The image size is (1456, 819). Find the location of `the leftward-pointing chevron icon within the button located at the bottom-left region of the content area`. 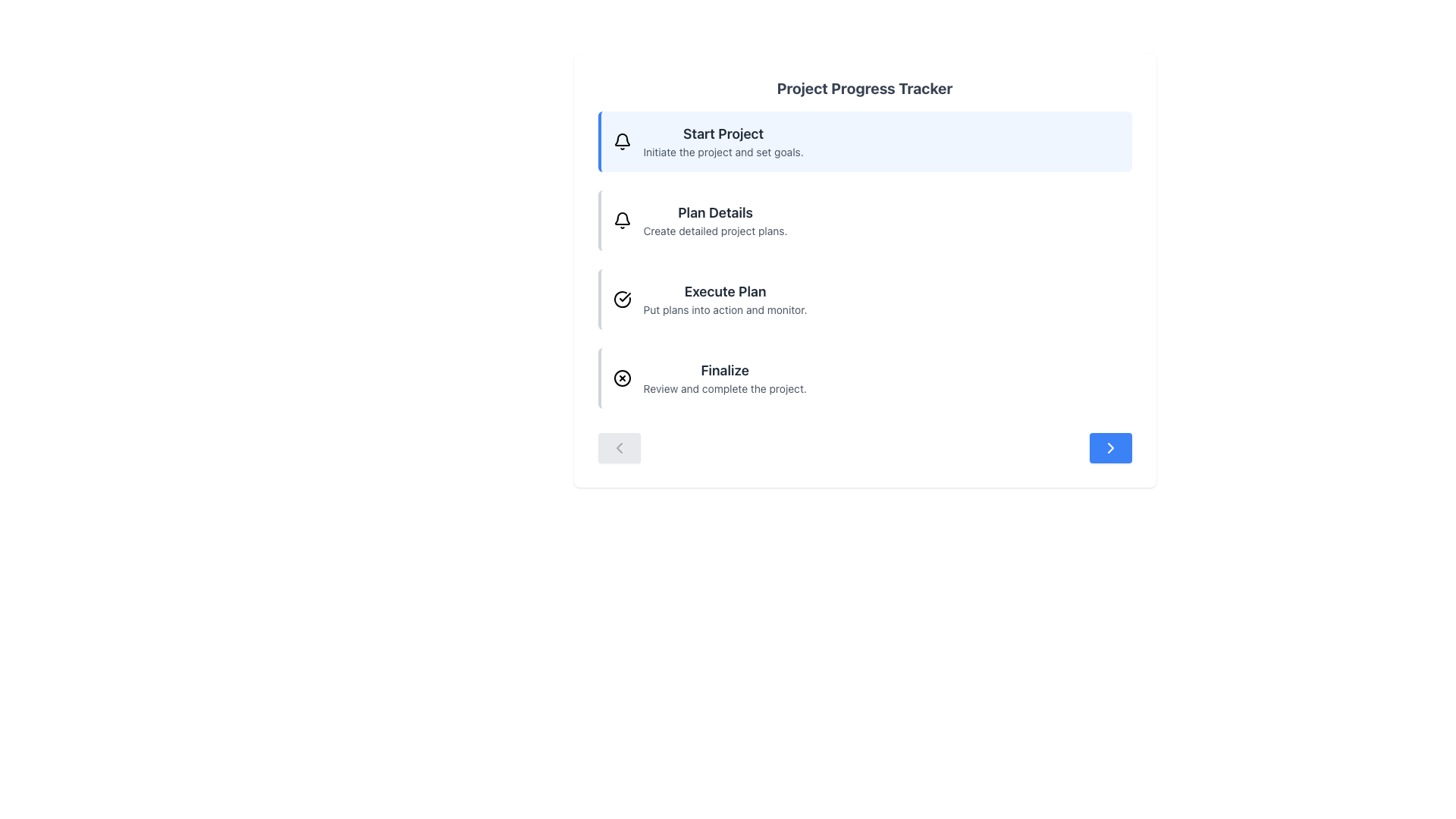

the leftward-pointing chevron icon within the button located at the bottom-left region of the content area is located at coordinates (619, 447).